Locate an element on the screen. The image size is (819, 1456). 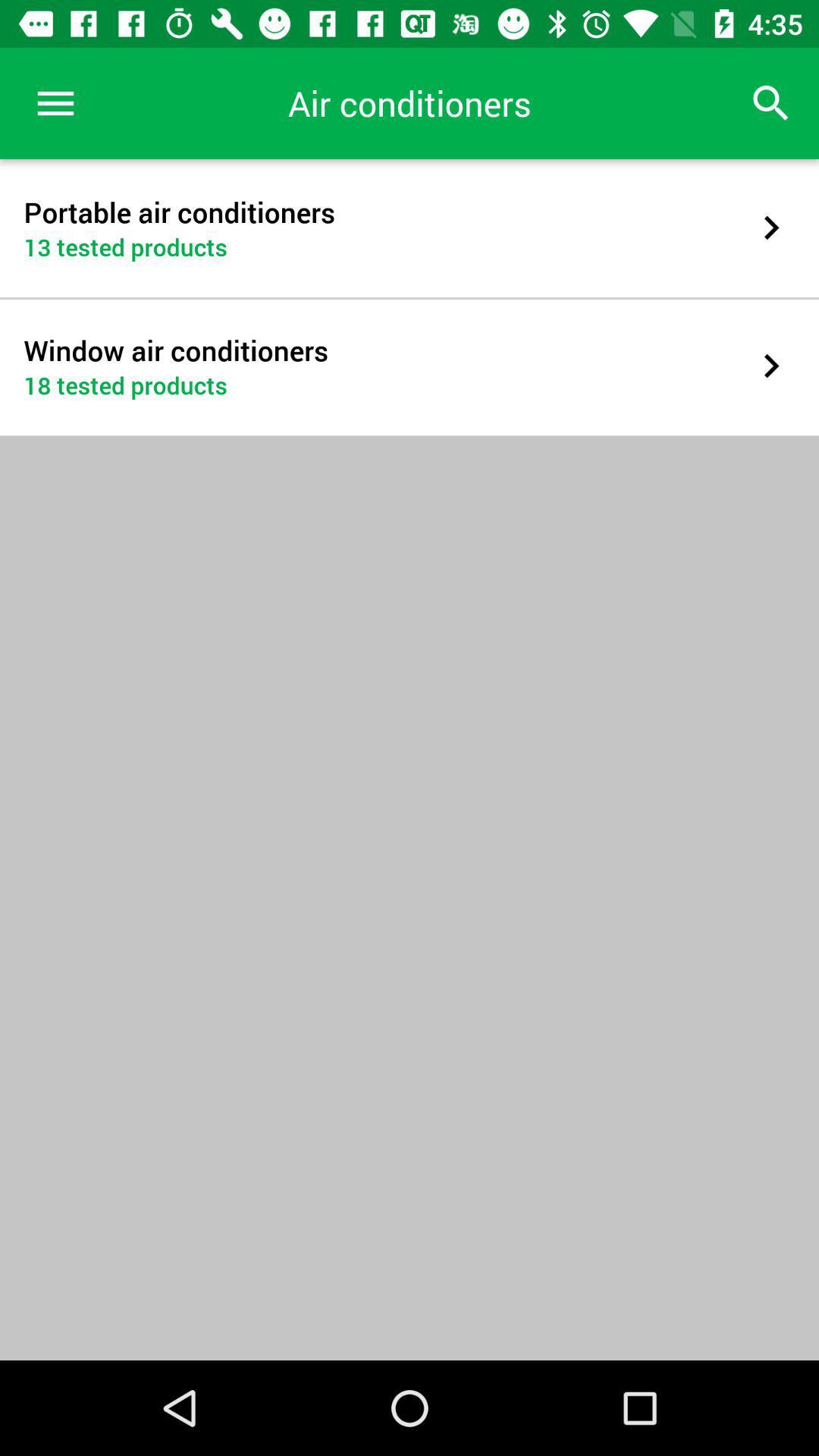
icon next to air conditioners item is located at coordinates (55, 102).